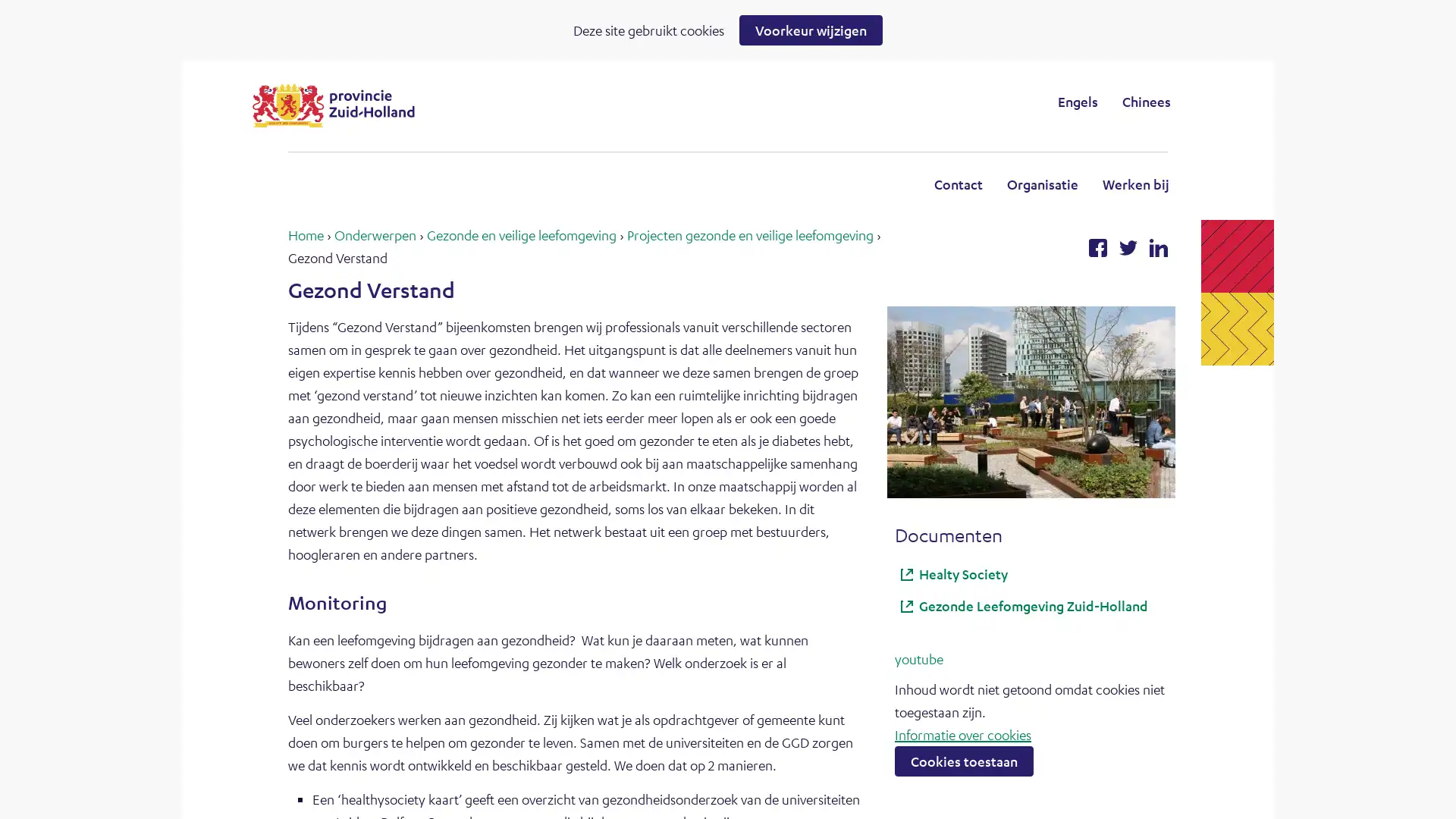 The image size is (1456, 819). I want to click on Zoeken, so click(852, 101).